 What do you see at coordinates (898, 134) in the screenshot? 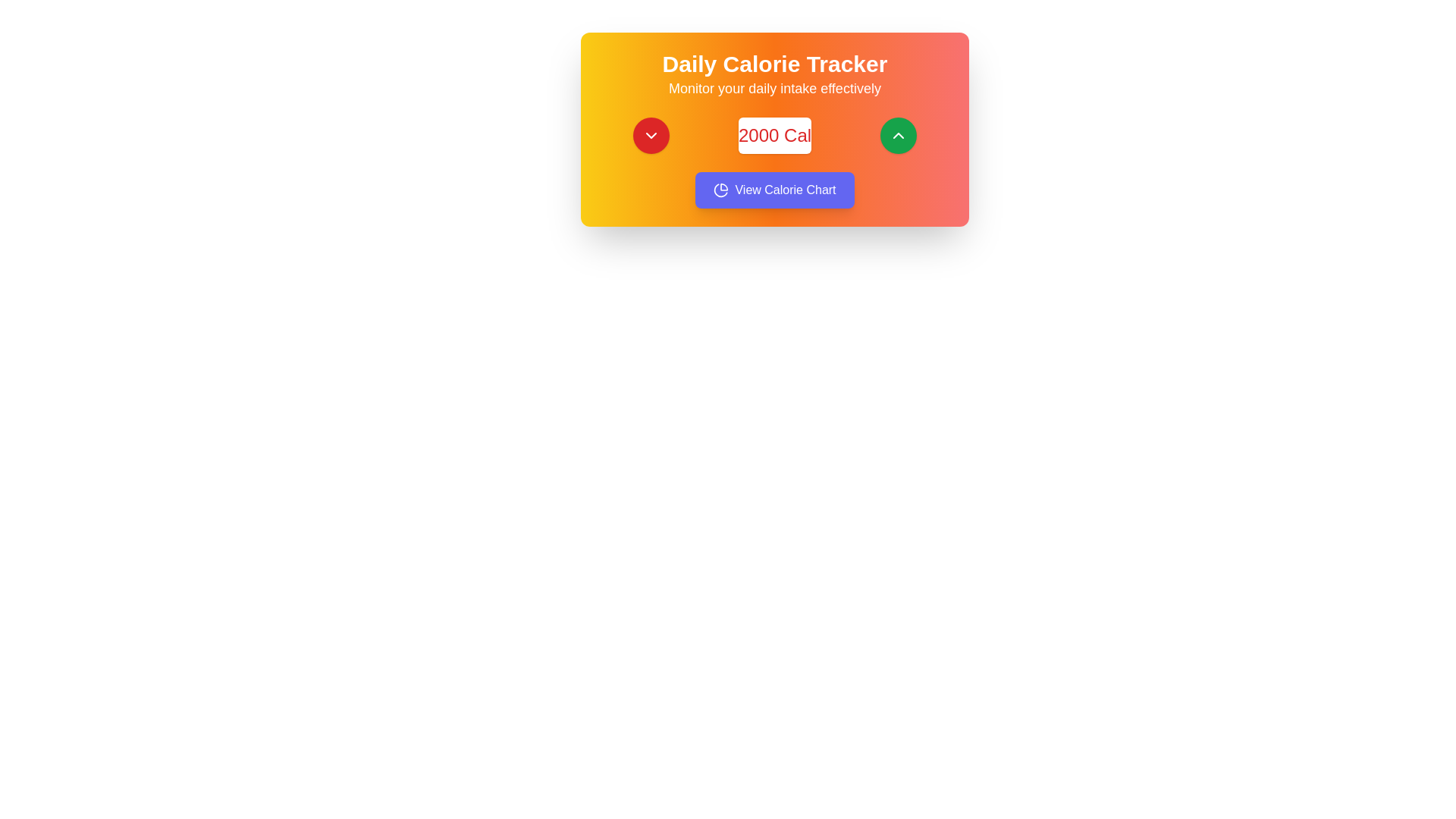
I see `the upward-pointing chevron icon within the green circular button on the right side of the 'Daily Calorie Tracker' card` at bounding box center [898, 134].